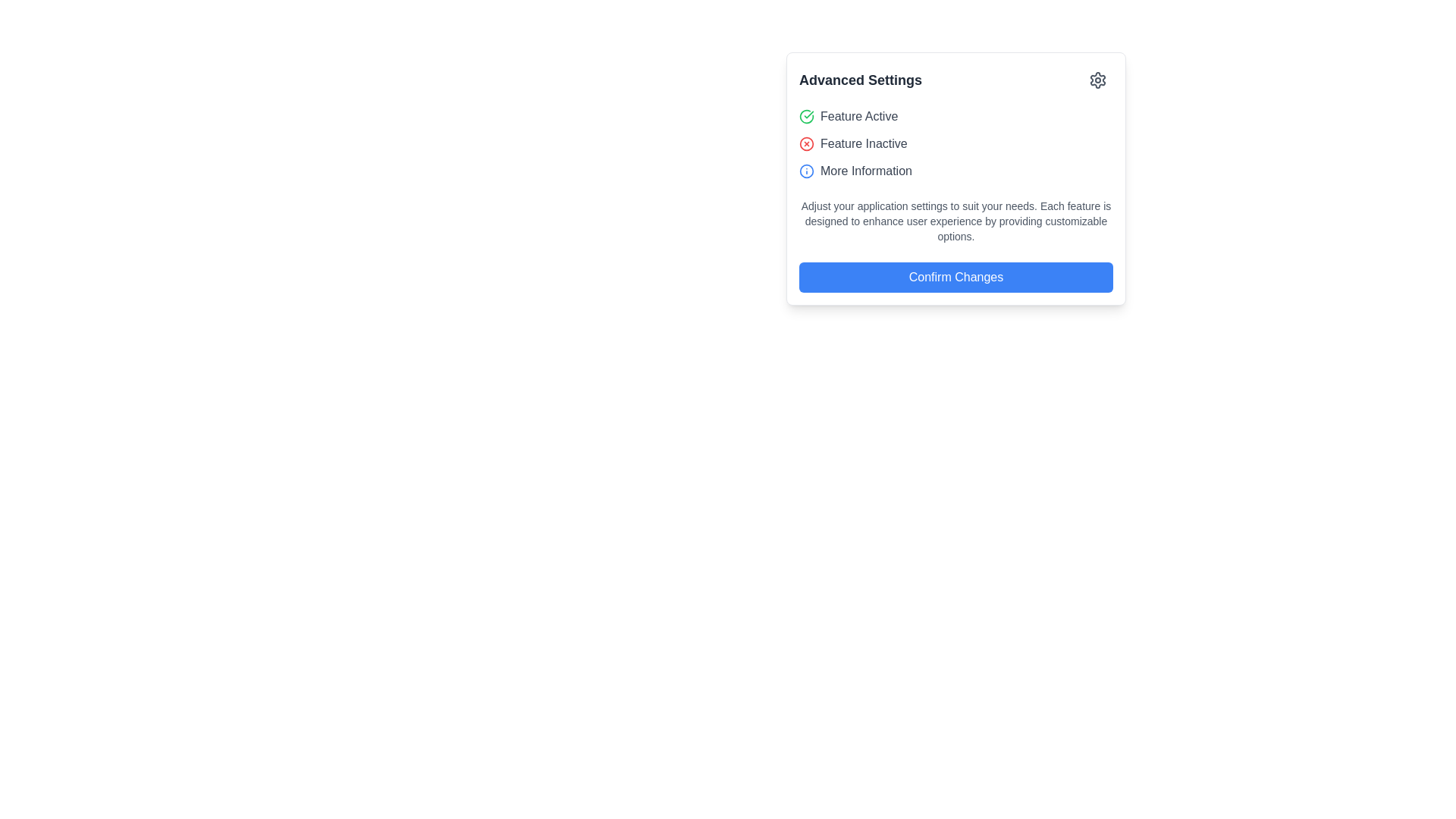 This screenshot has height=819, width=1456. Describe the element at coordinates (1098, 80) in the screenshot. I see `the circular settings button with a gear-shaped icon located at the top-right corner of the 'Advanced Settings' panel` at that location.